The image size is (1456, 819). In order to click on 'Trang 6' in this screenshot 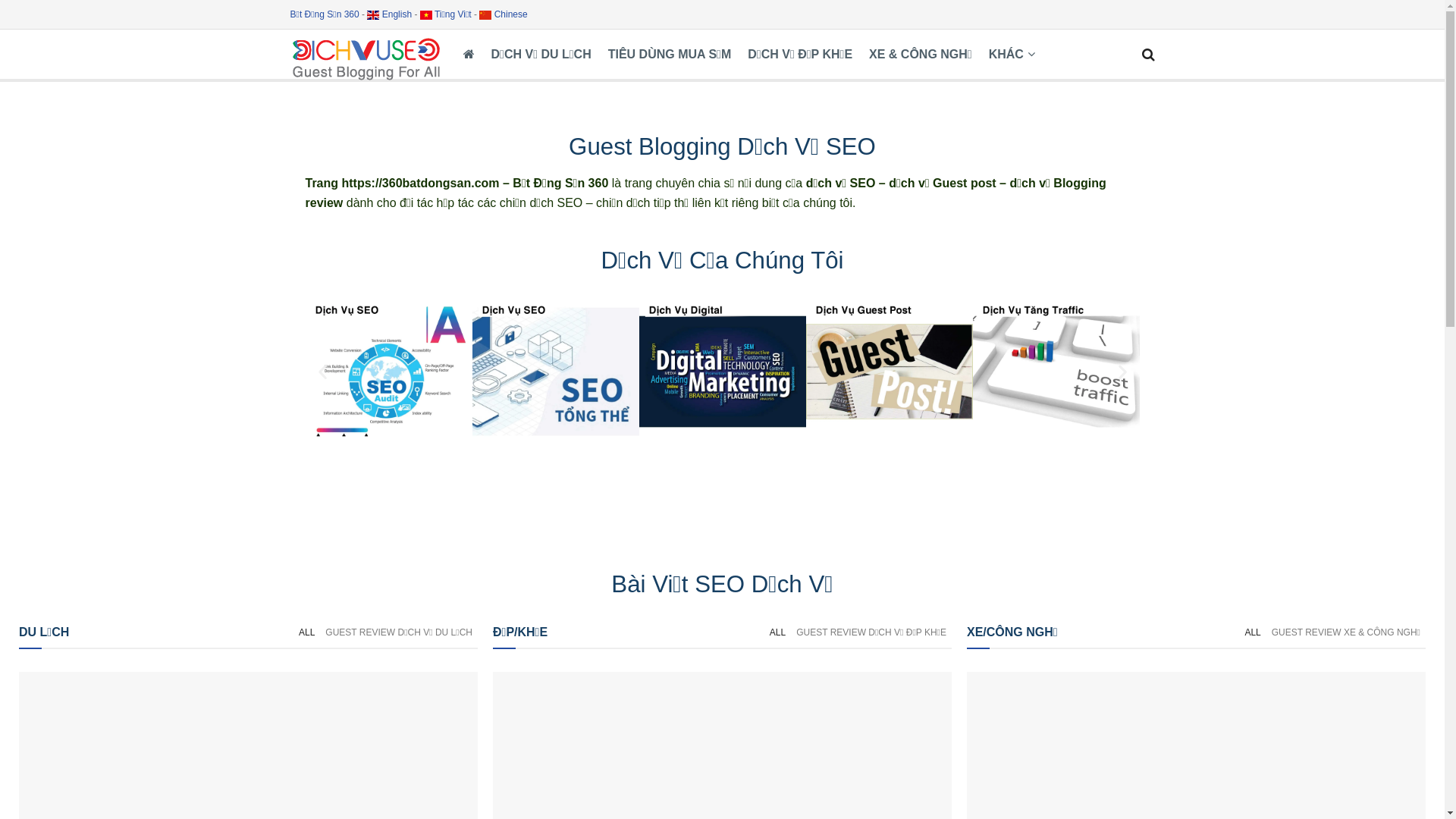, I will do `click(720, 371)`.